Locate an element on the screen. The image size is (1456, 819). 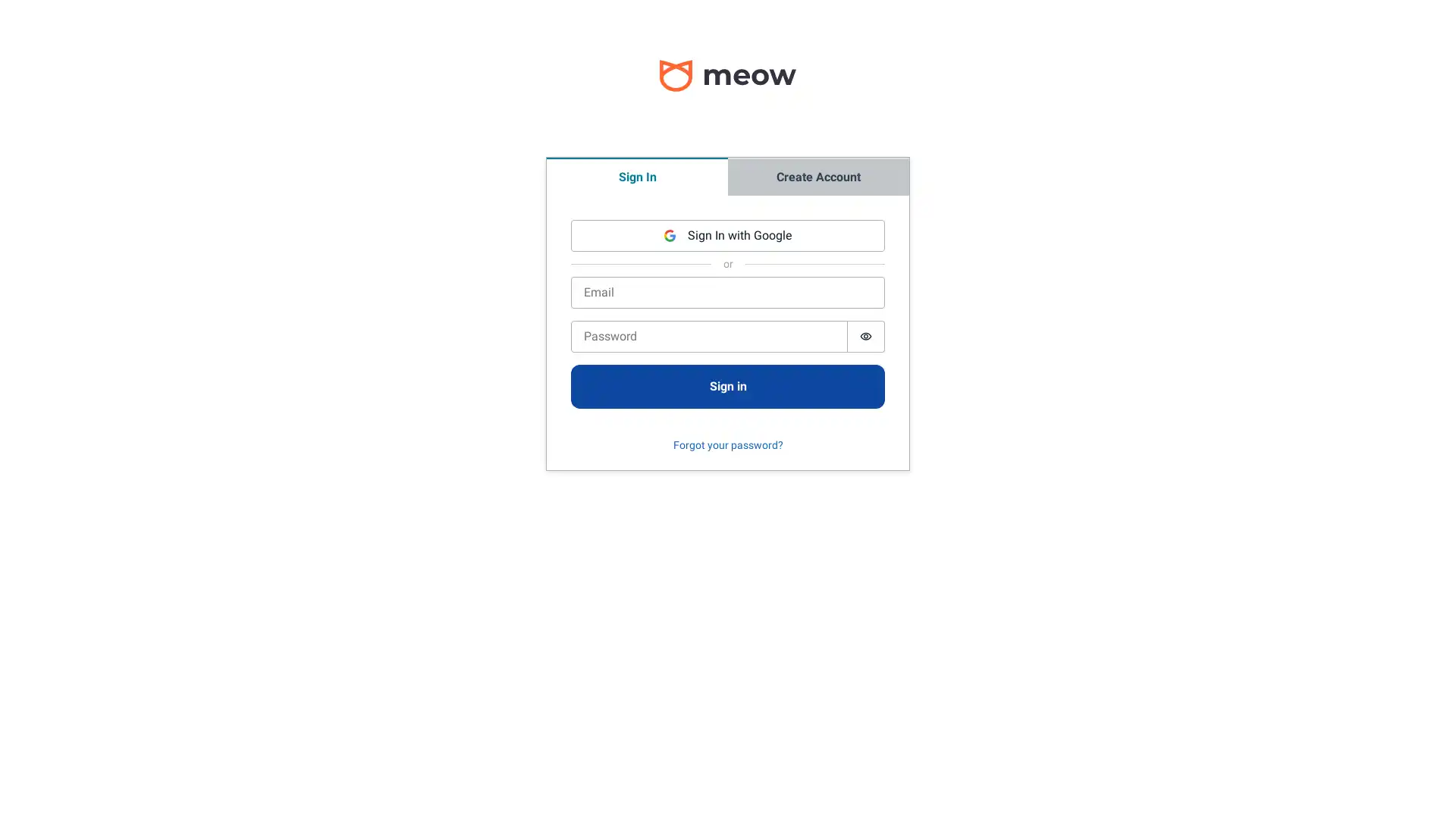
Google icon Sign In with Google is located at coordinates (728, 236).